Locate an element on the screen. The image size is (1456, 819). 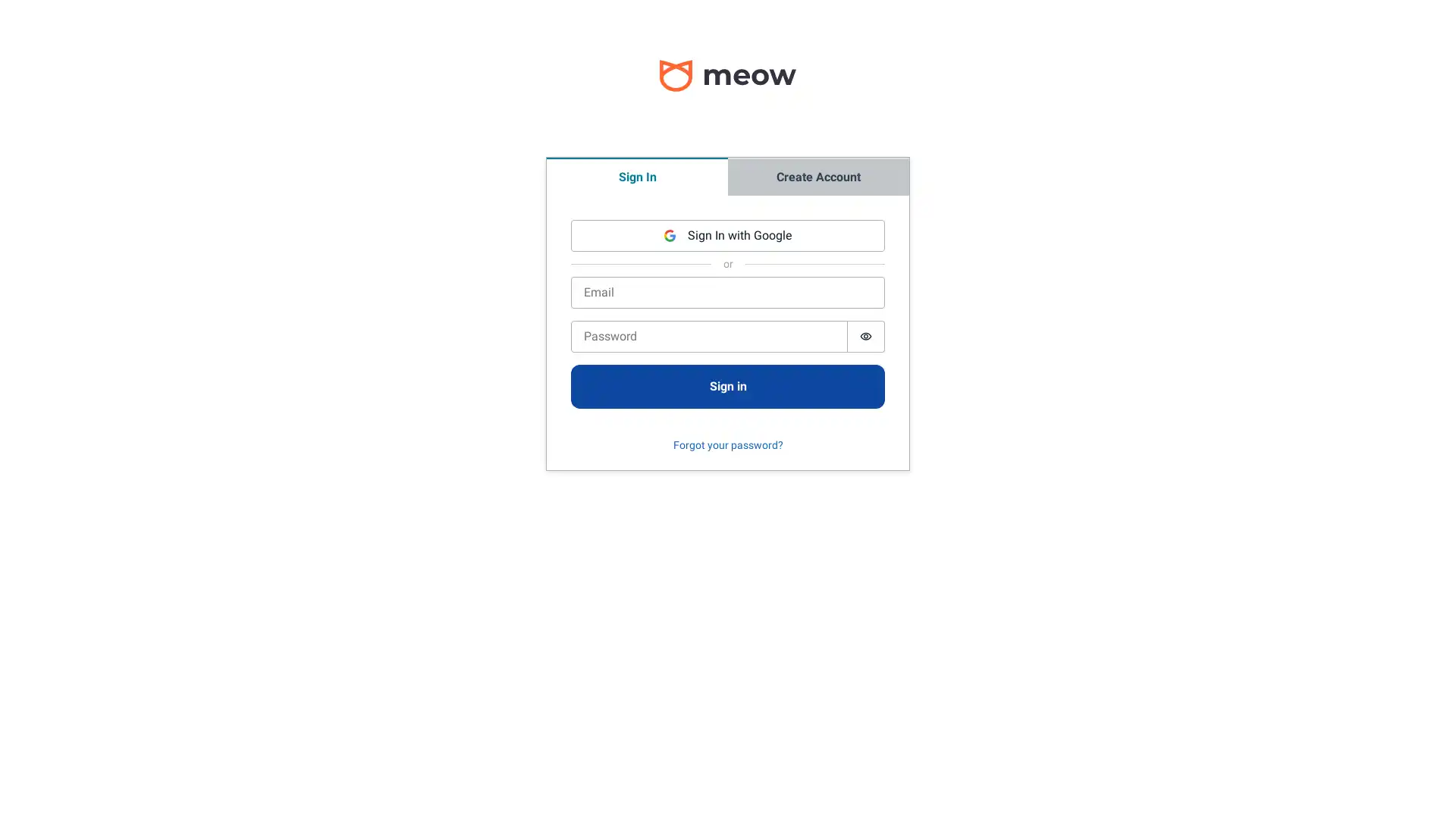
Google icon Sign In with Google is located at coordinates (728, 236).